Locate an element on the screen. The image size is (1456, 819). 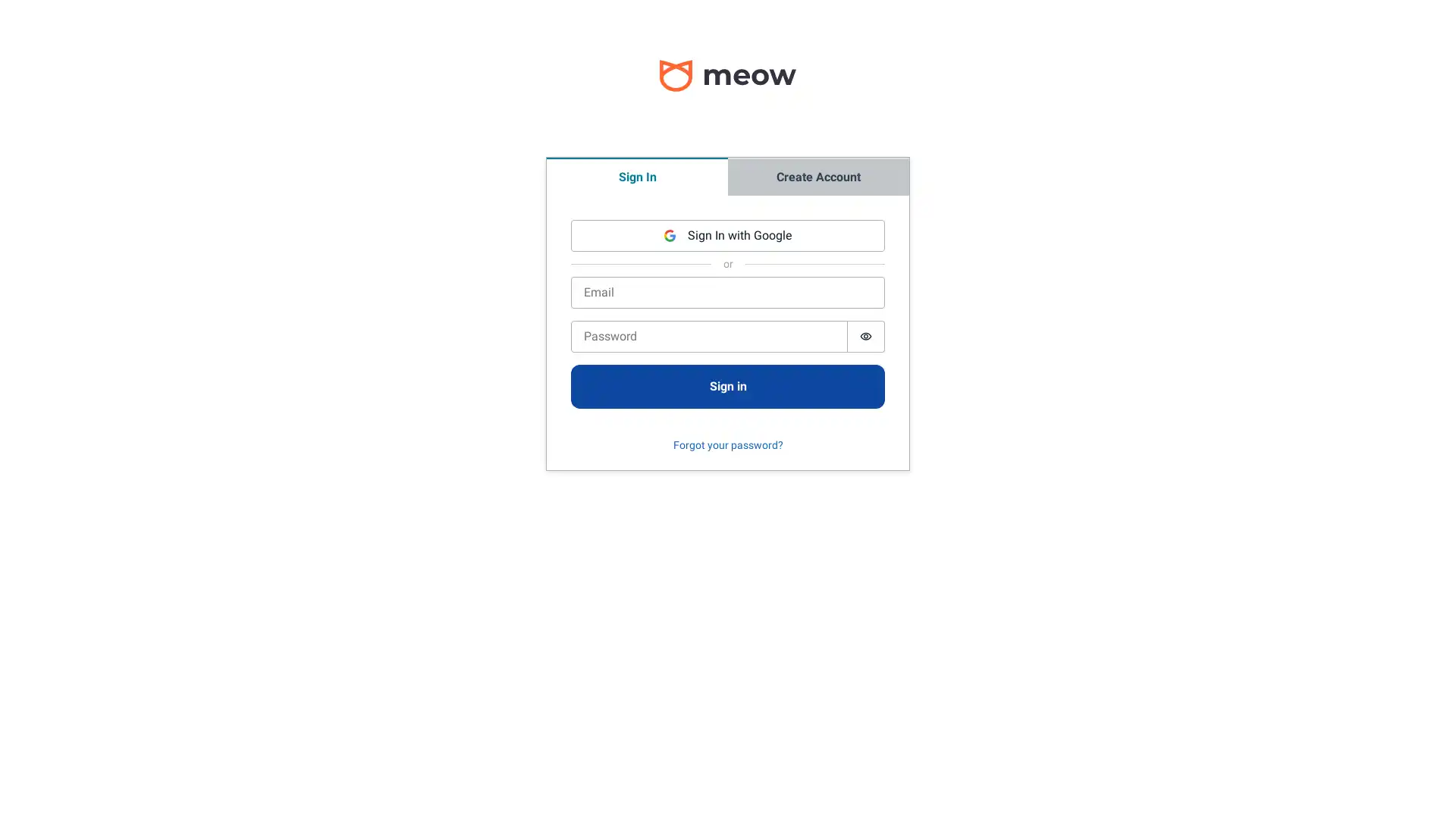
Google icon Sign In with Google is located at coordinates (728, 236).